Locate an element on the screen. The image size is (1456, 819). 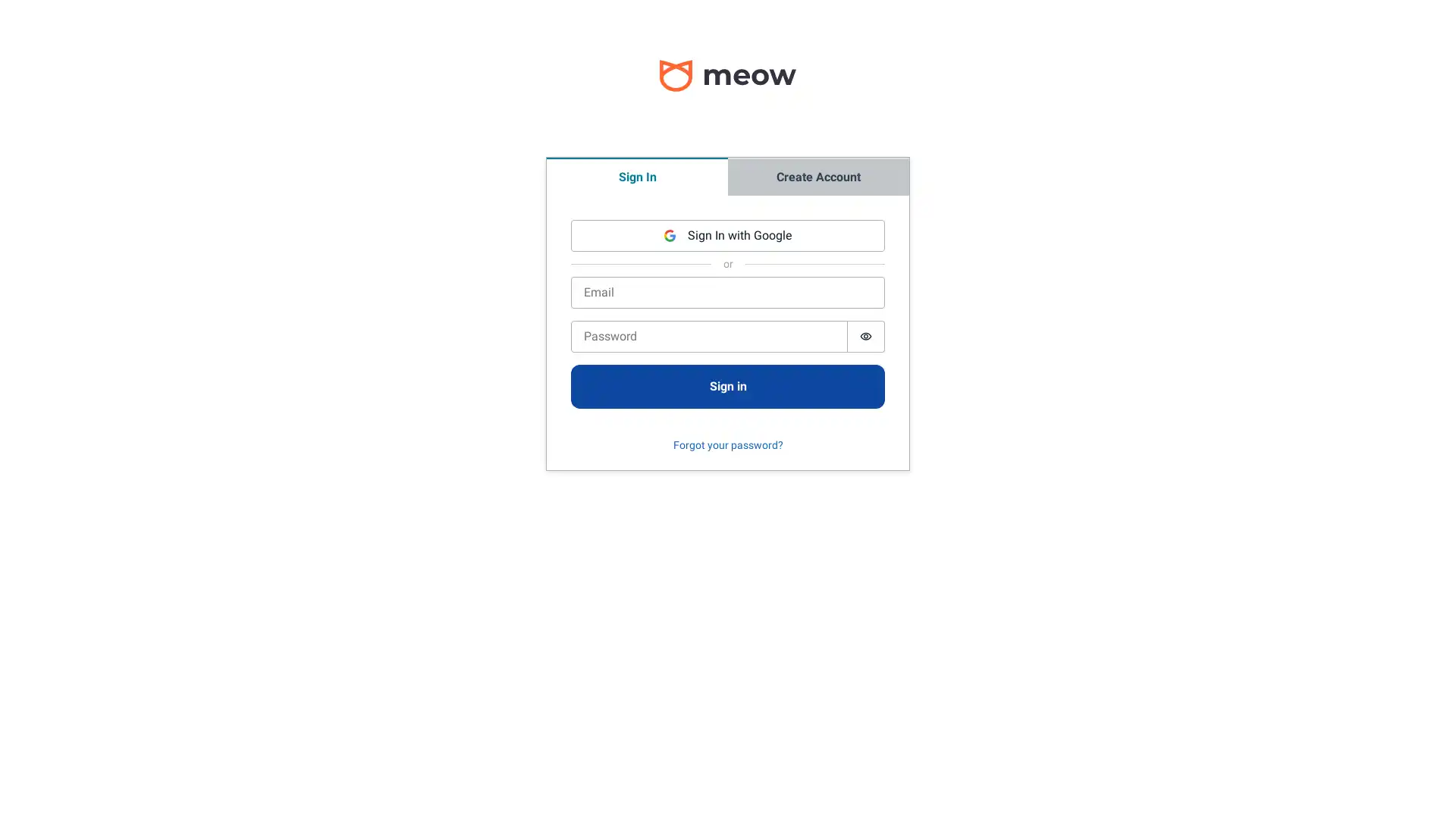
Google icon Sign In with Google is located at coordinates (728, 236).